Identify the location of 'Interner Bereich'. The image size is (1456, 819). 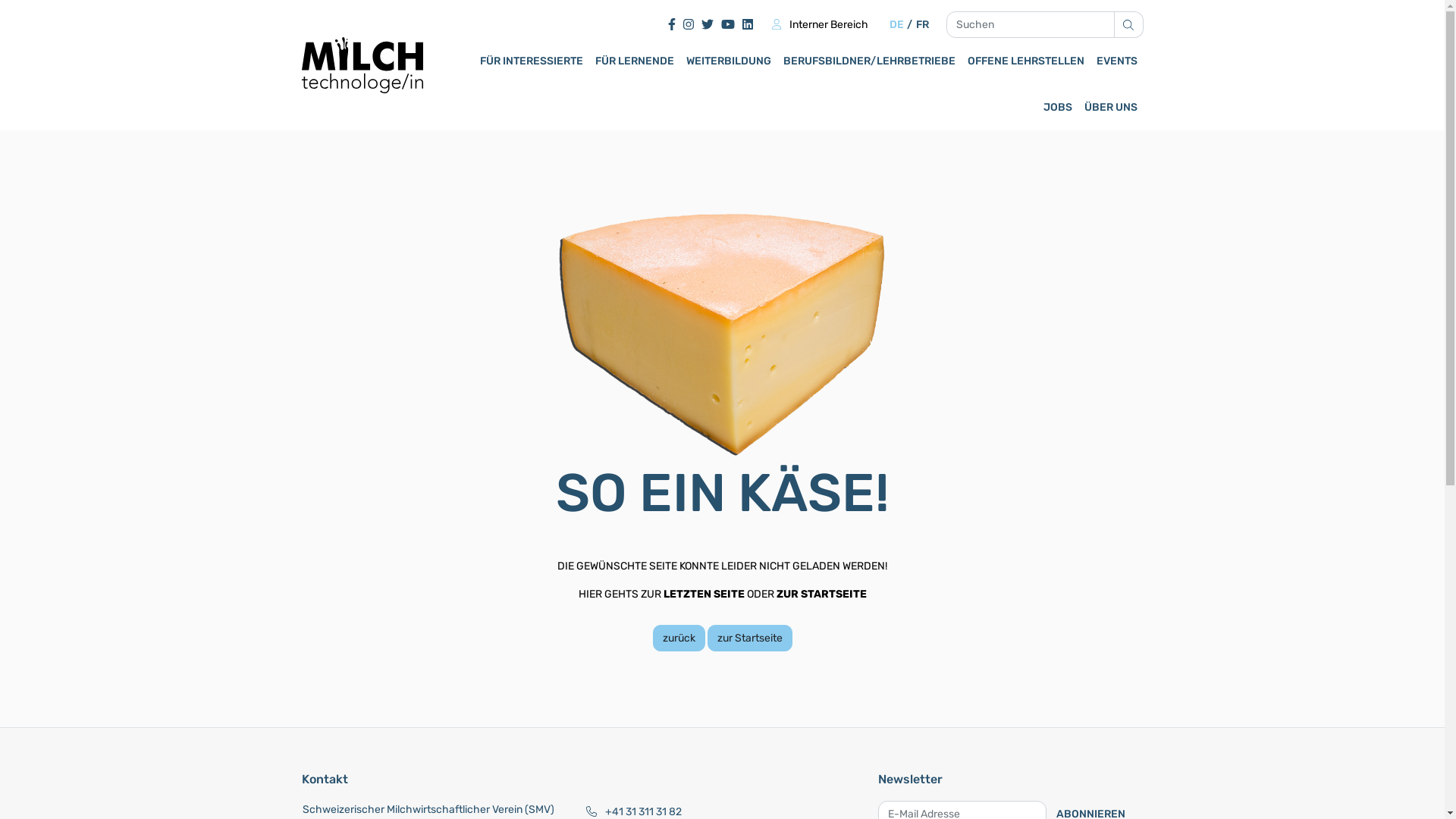
(818, 24).